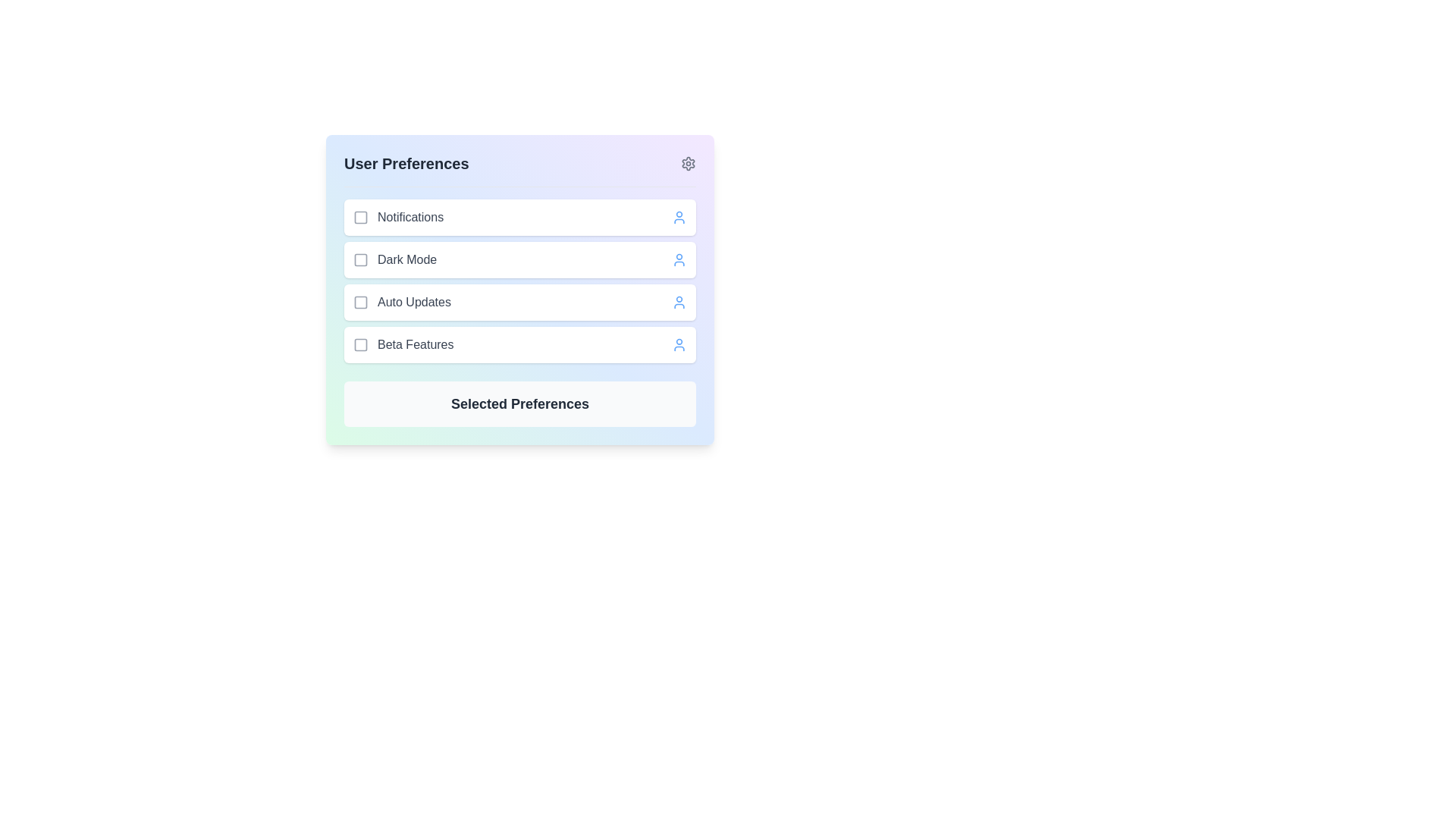 The height and width of the screenshot is (819, 1456). I want to click on the selectable option for Dark Mode located in the 'User Preferences' section, which is in the second row of the list, so click(520, 259).